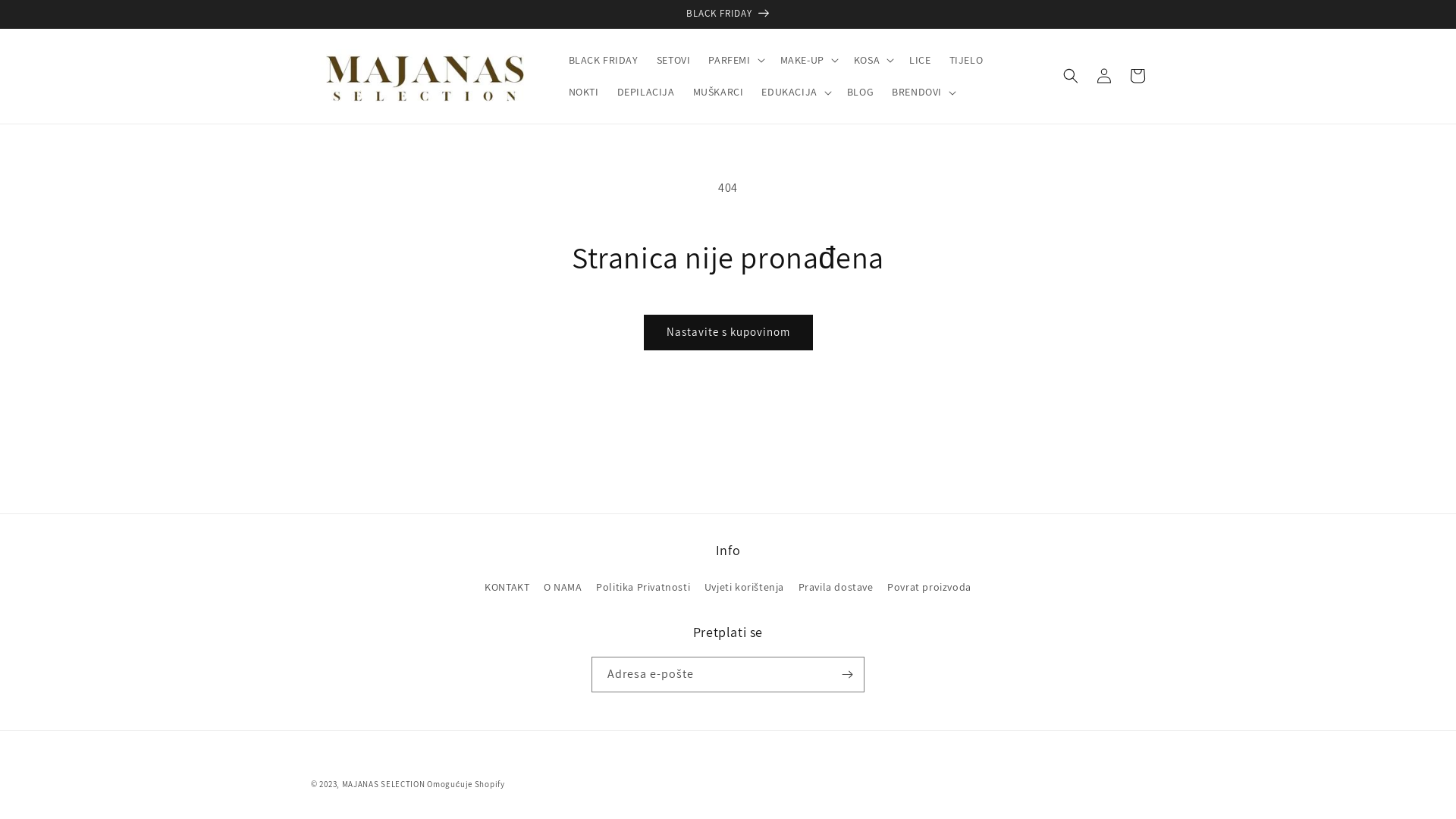  I want to click on 'O NAMA', so click(543, 586).